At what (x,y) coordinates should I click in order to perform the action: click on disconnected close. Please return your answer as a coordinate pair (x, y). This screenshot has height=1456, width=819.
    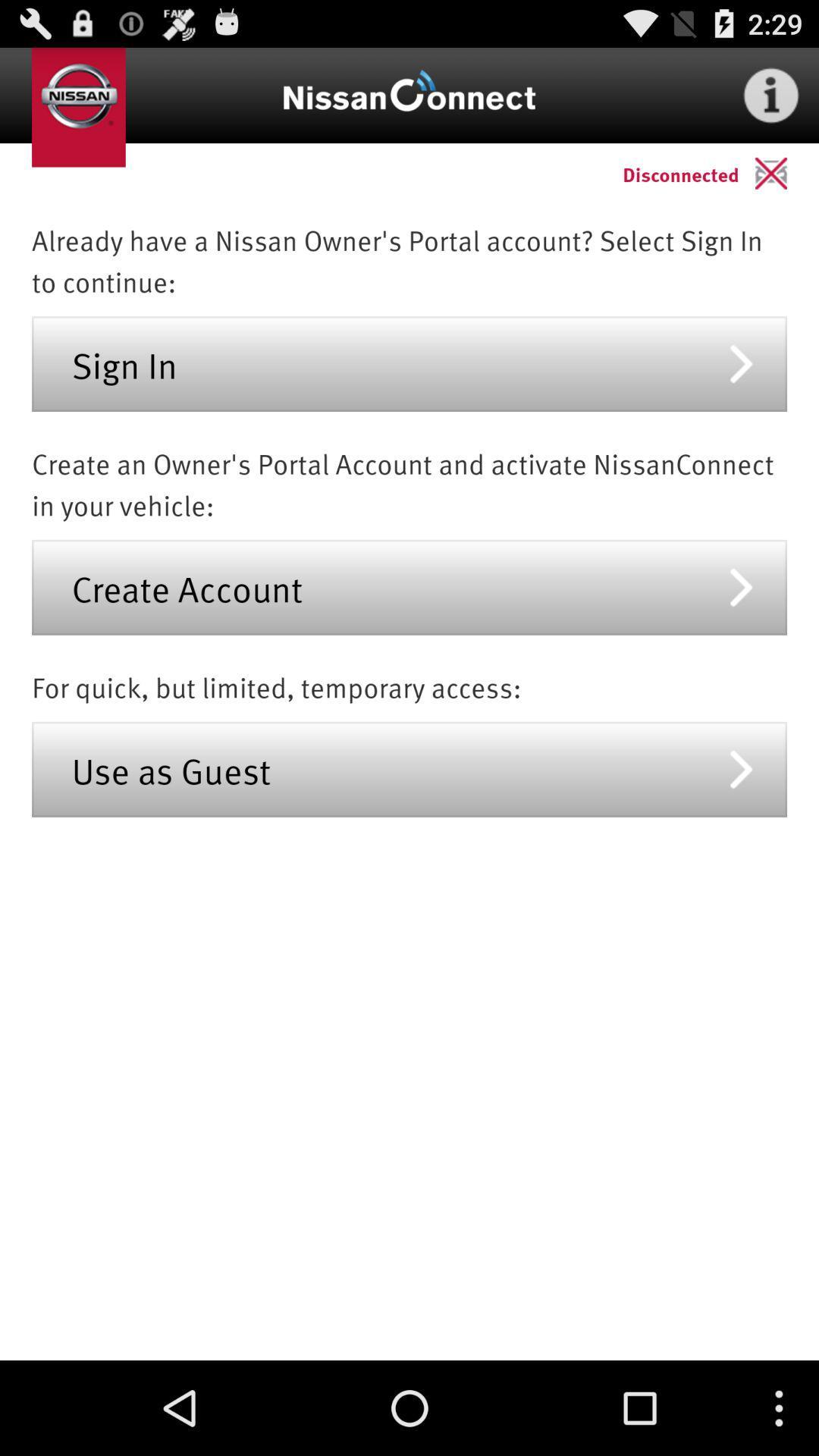
    Looking at the image, I should click on (786, 173).